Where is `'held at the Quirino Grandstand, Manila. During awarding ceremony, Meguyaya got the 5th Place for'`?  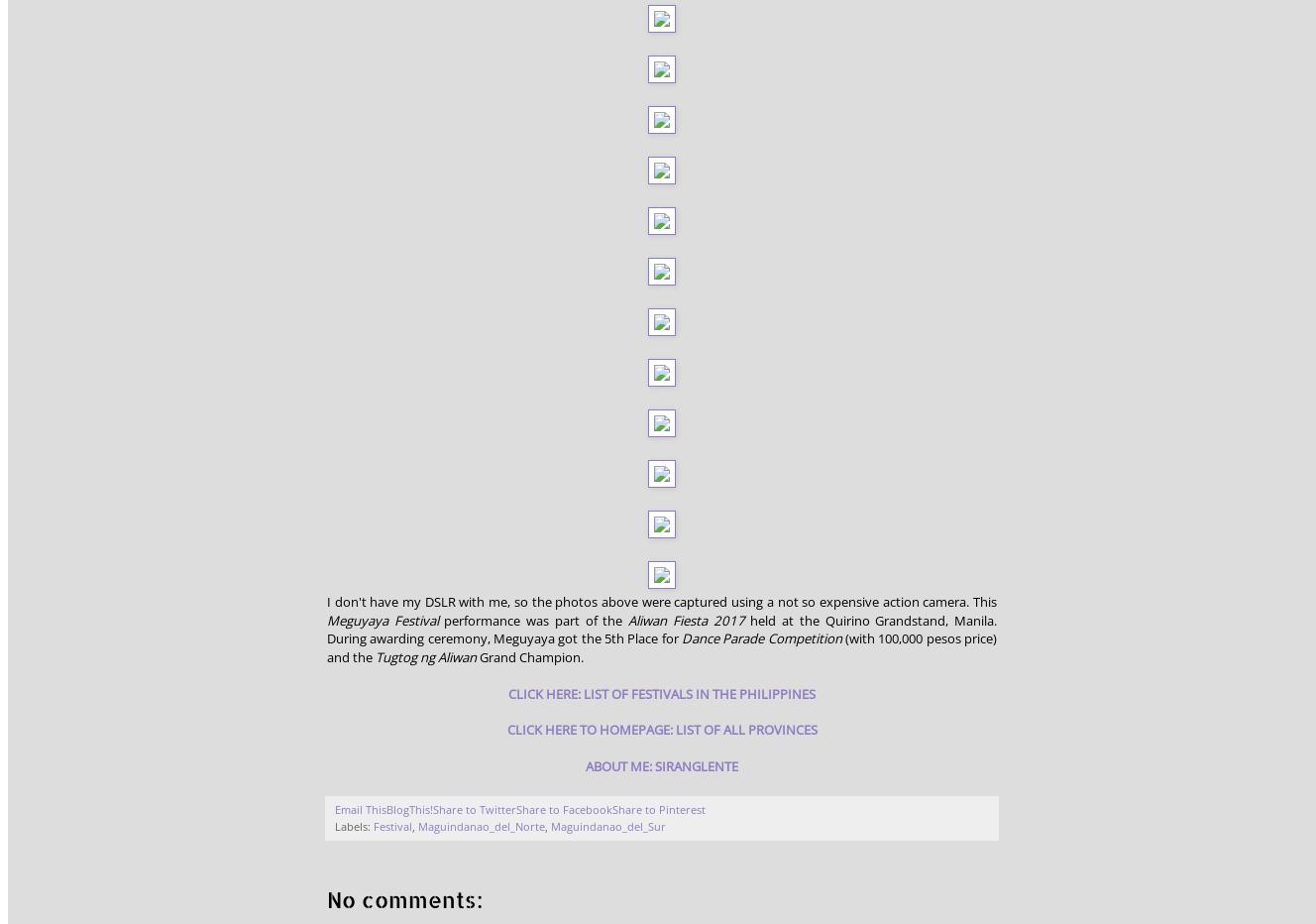 'held at the Quirino Grandstand, Manila. During awarding ceremony, Meguyaya got the 5th Place for' is located at coordinates (660, 628).